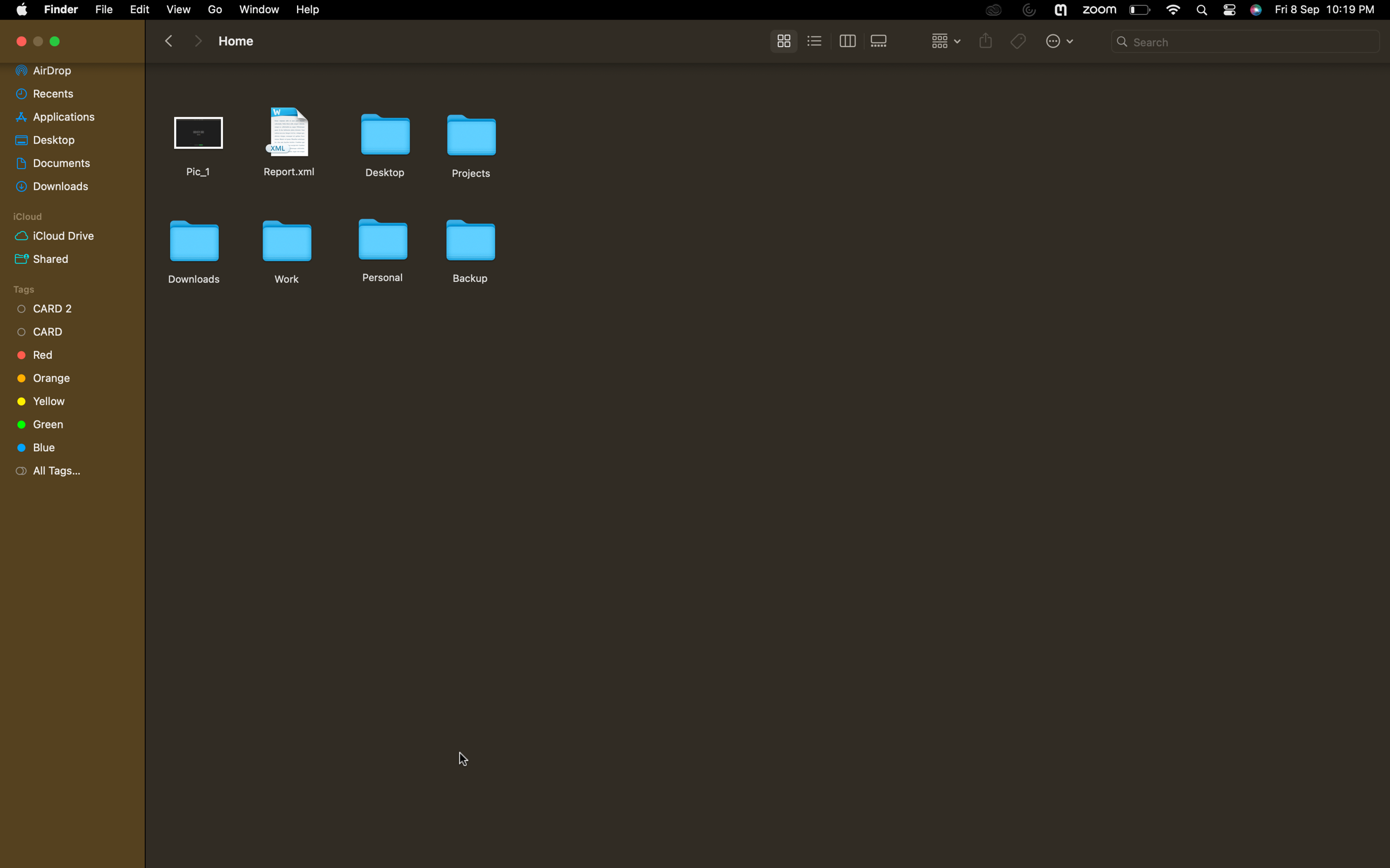  What do you see at coordinates (200, 141) in the screenshot?
I see `Get rid of the top file` at bounding box center [200, 141].